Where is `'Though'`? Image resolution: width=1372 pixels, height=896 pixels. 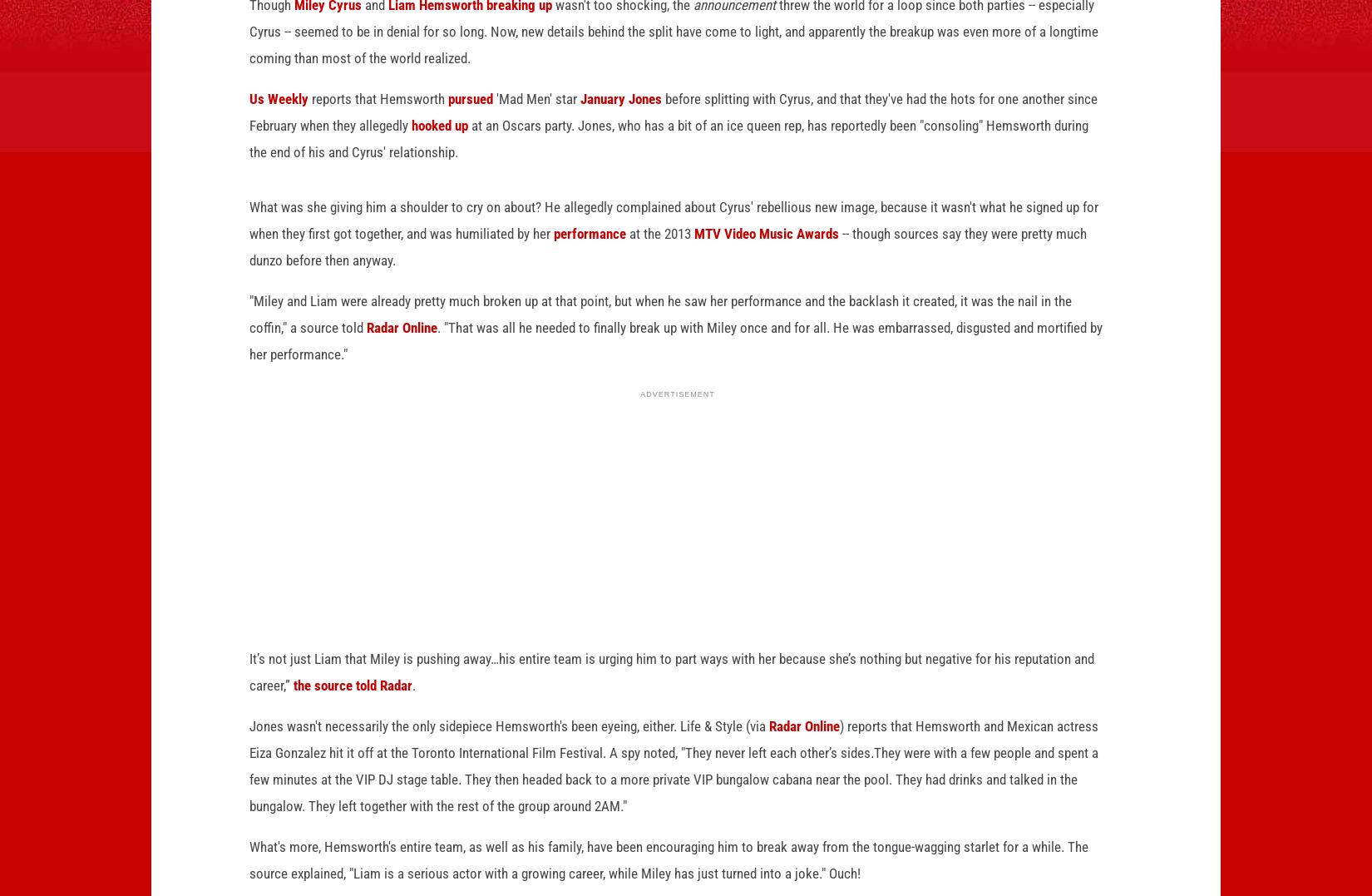
'Though' is located at coordinates (272, 31).